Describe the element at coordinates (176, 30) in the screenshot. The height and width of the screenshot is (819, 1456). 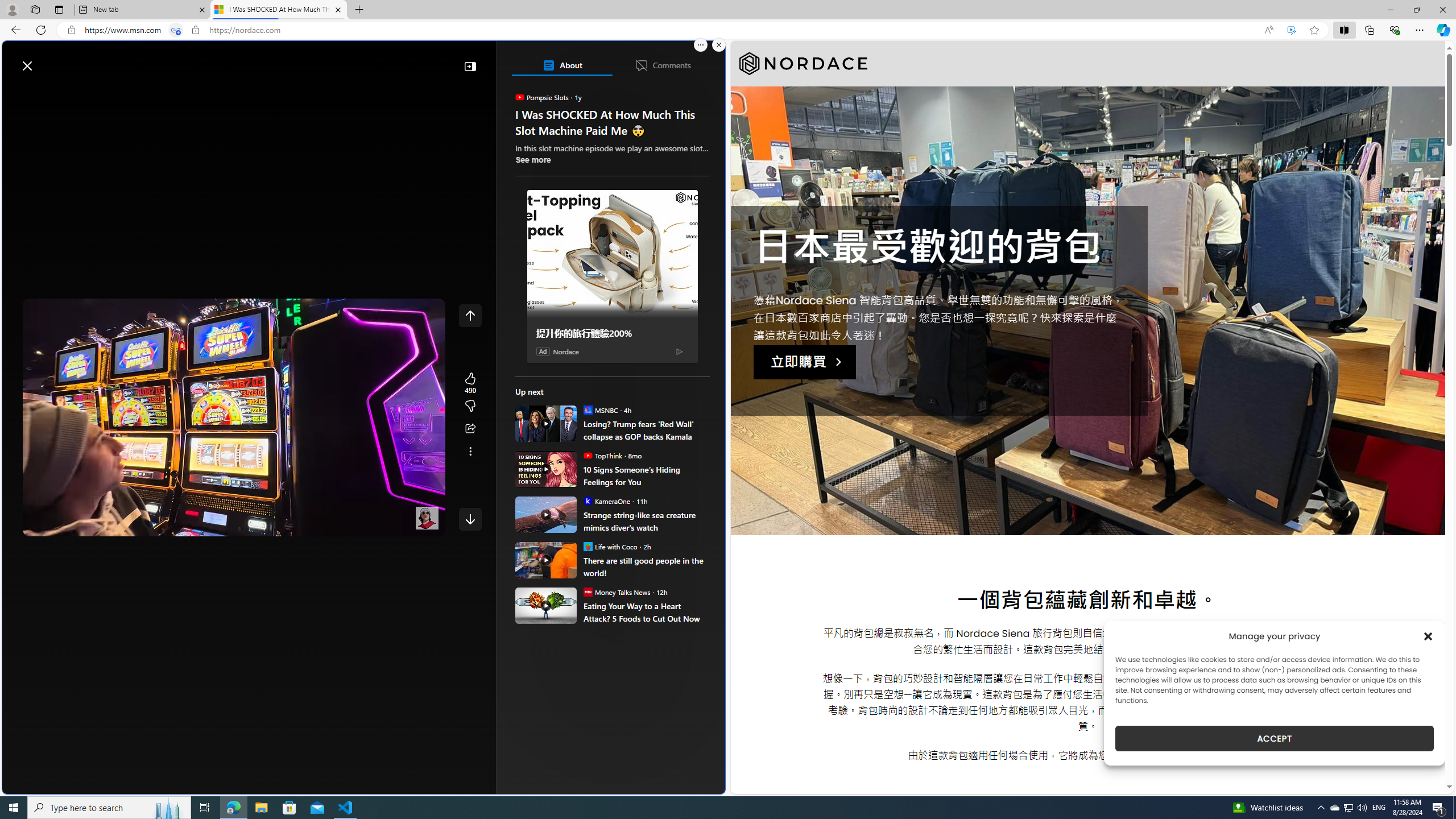
I see `'Tabs in split screen'` at that location.